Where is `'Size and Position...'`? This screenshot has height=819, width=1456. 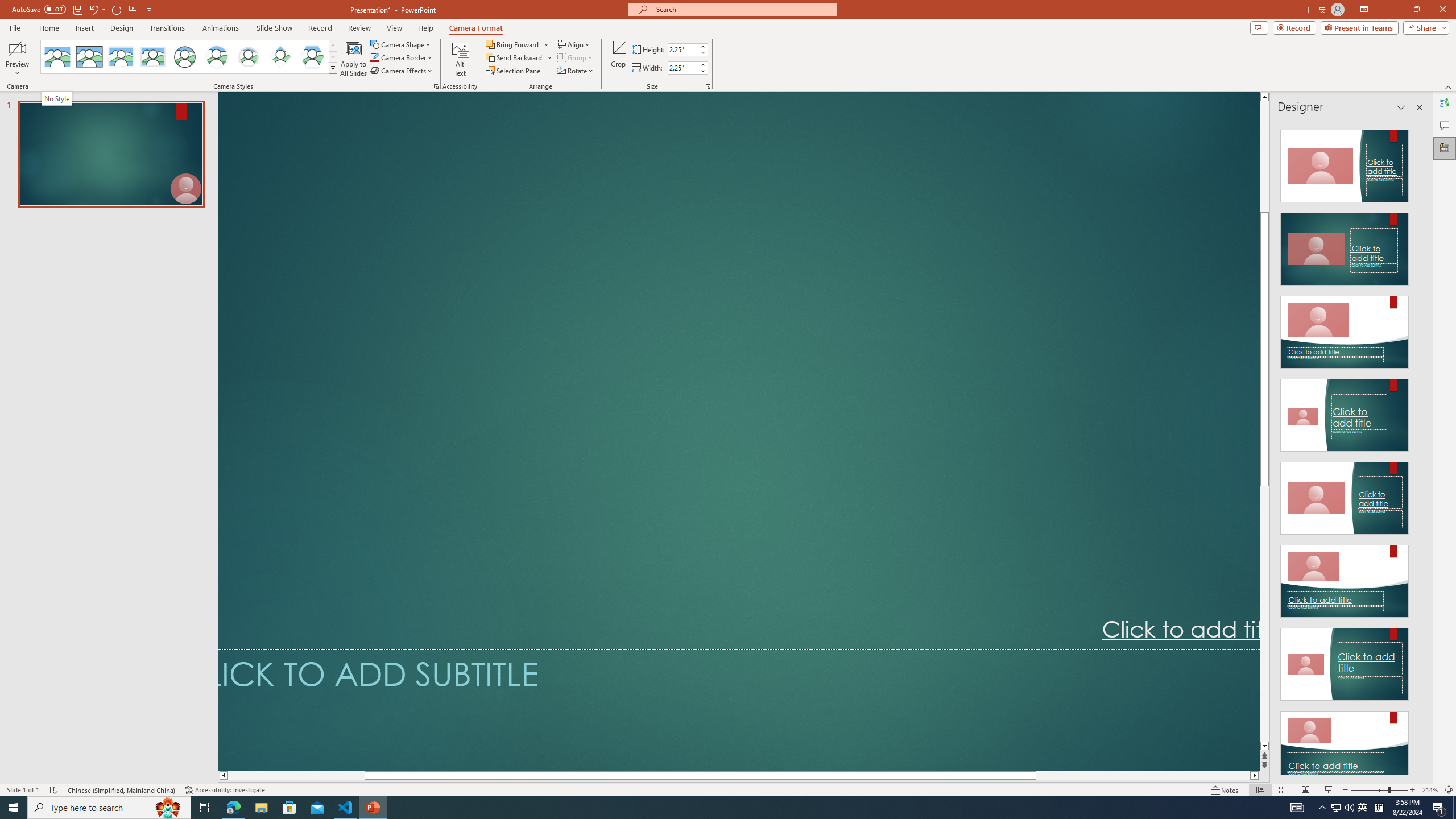 'Size and Position...' is located at coordinates (707, 85).